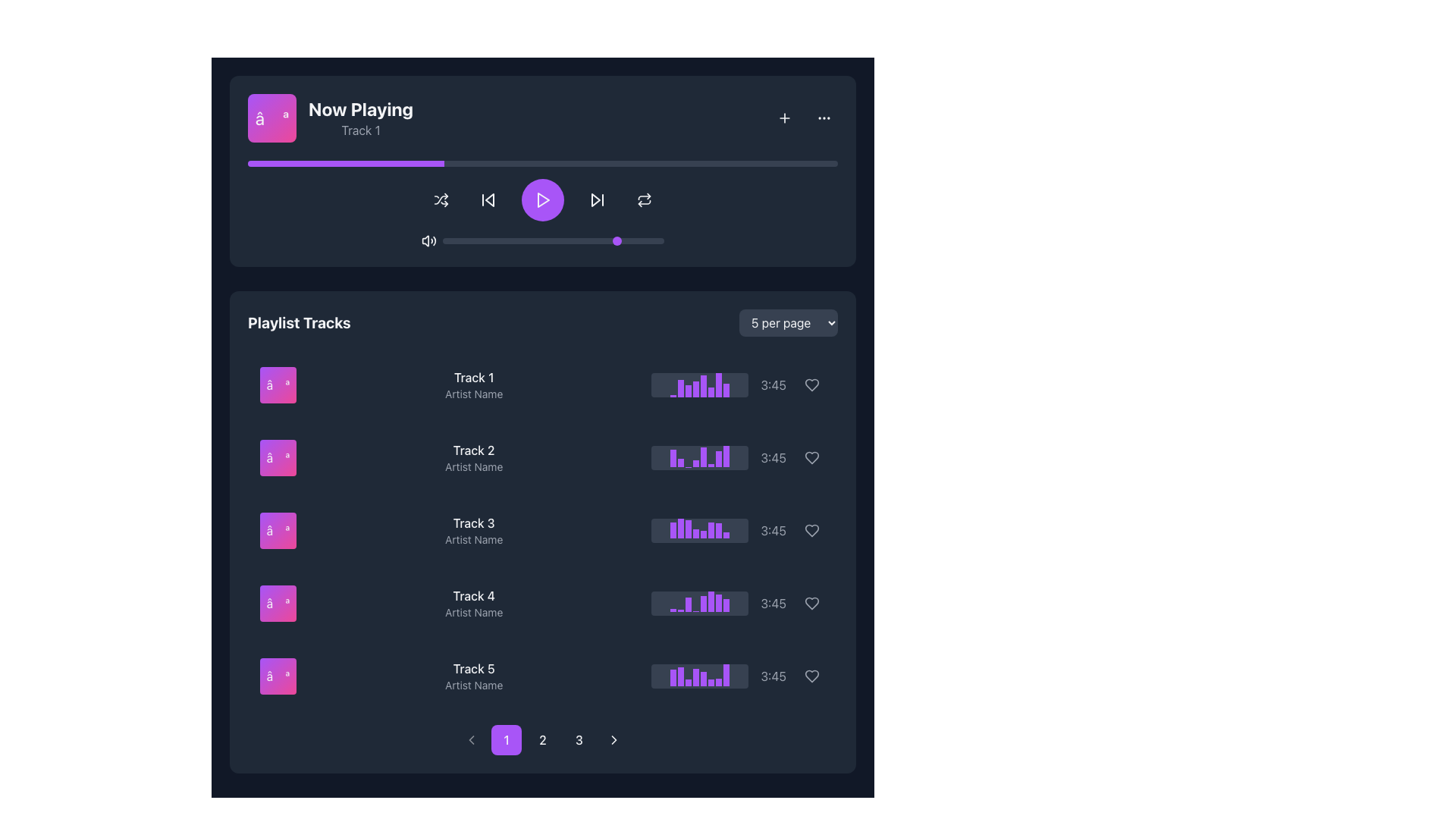  I want to click on the text label displaying the artist's name for 'Track 4' in the playlist, so click(473, 611).